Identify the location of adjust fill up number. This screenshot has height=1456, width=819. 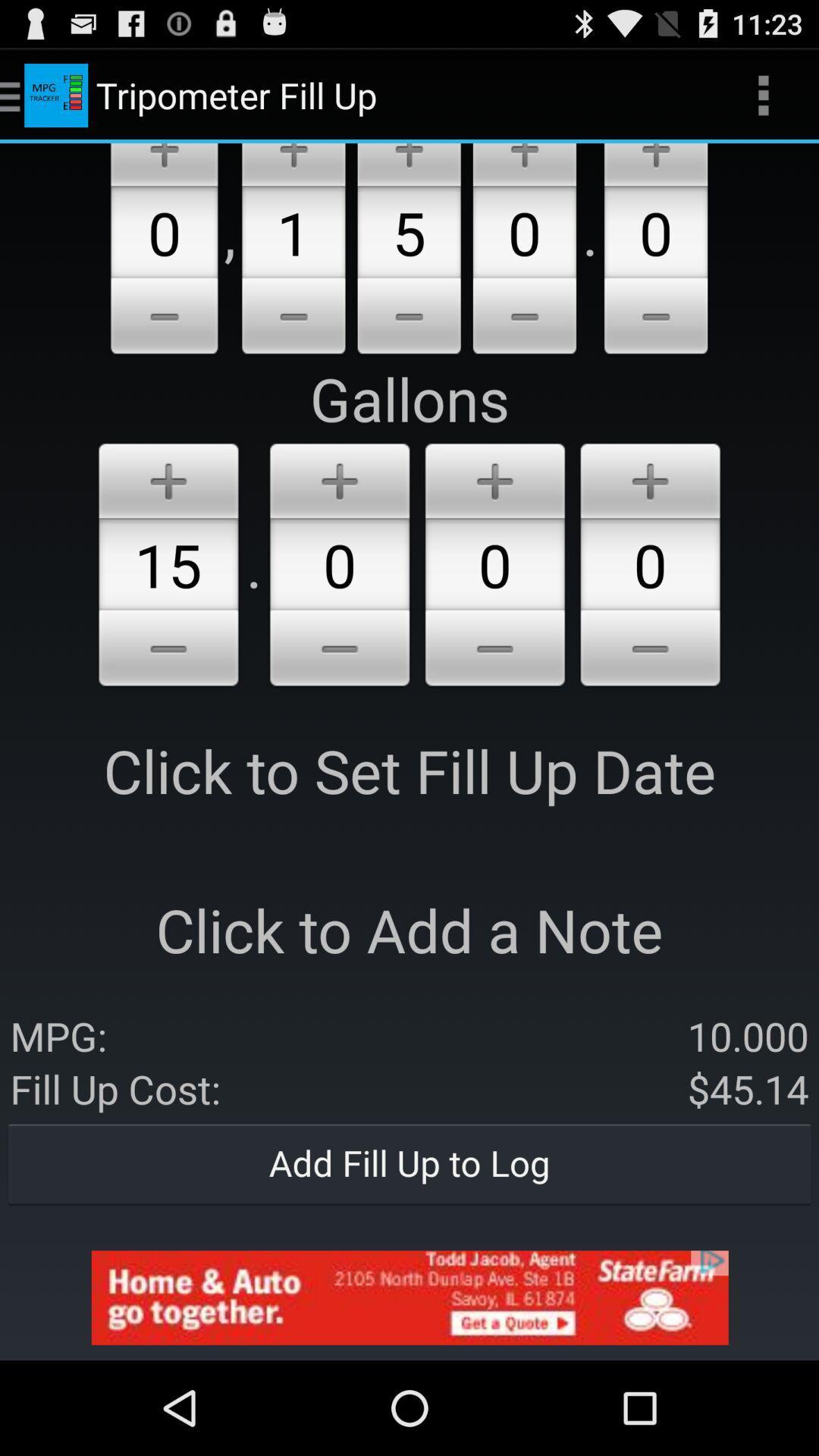
(408, 318).